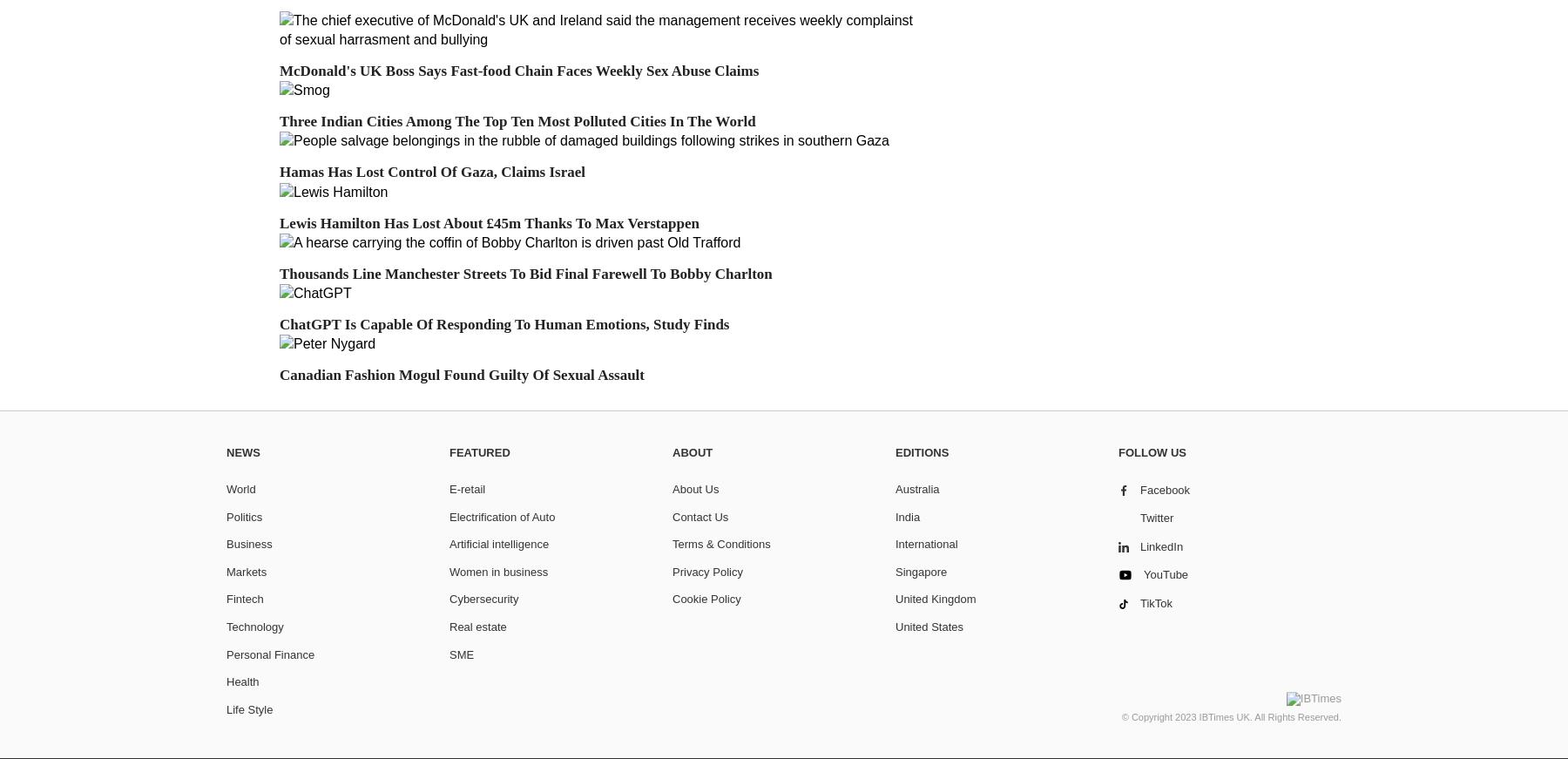 Image resolution: width=1568 pixels, height=759 pixels. Describe the element at coordinates (1143, 573) in the screenshot. I see `'YouTube'` at that location.